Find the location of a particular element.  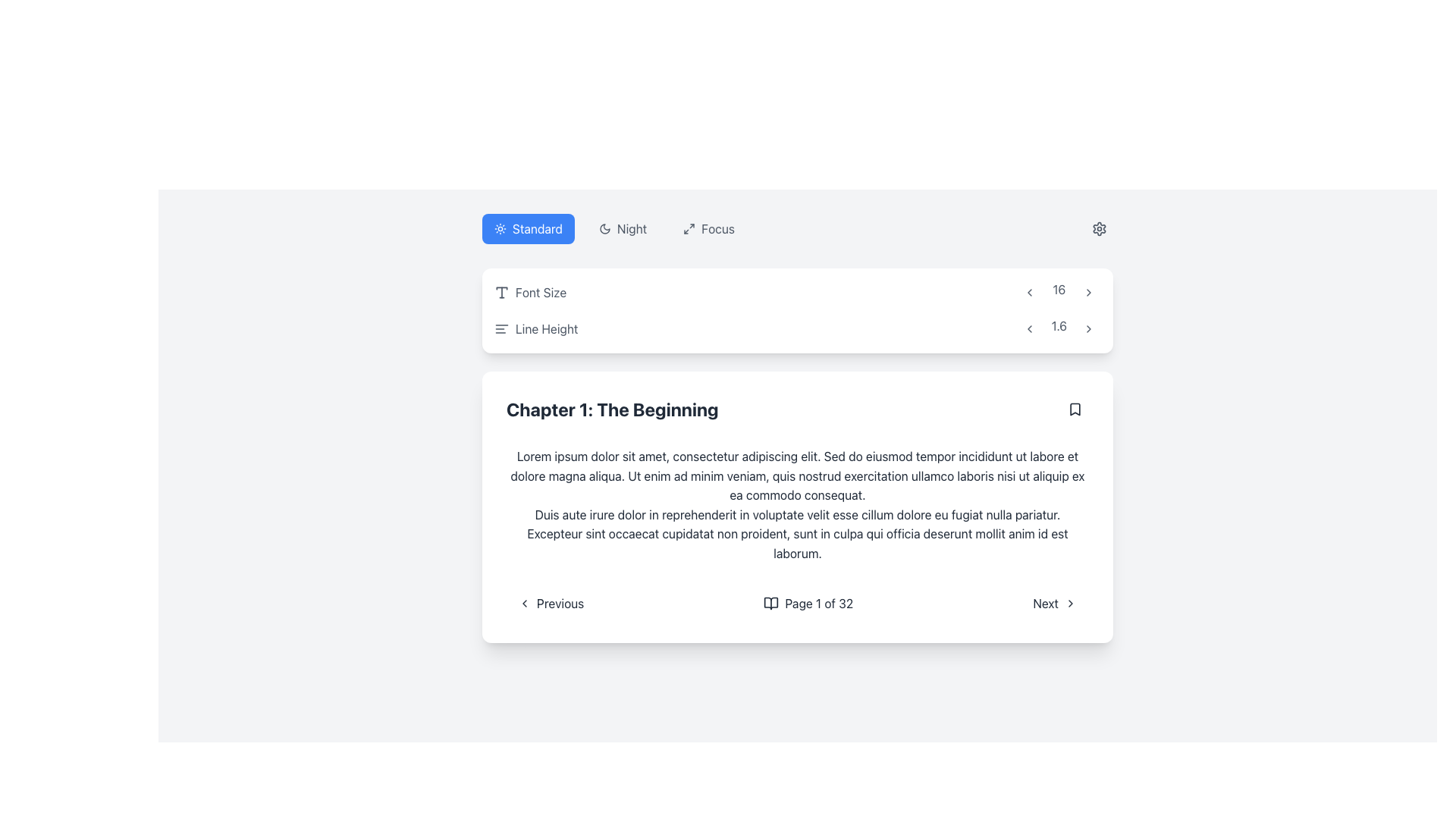

the small rounded rectangular gray button with a left-pointing arrow icon to decrease the value next to the number '16' is located at coordinates (1029, 292).